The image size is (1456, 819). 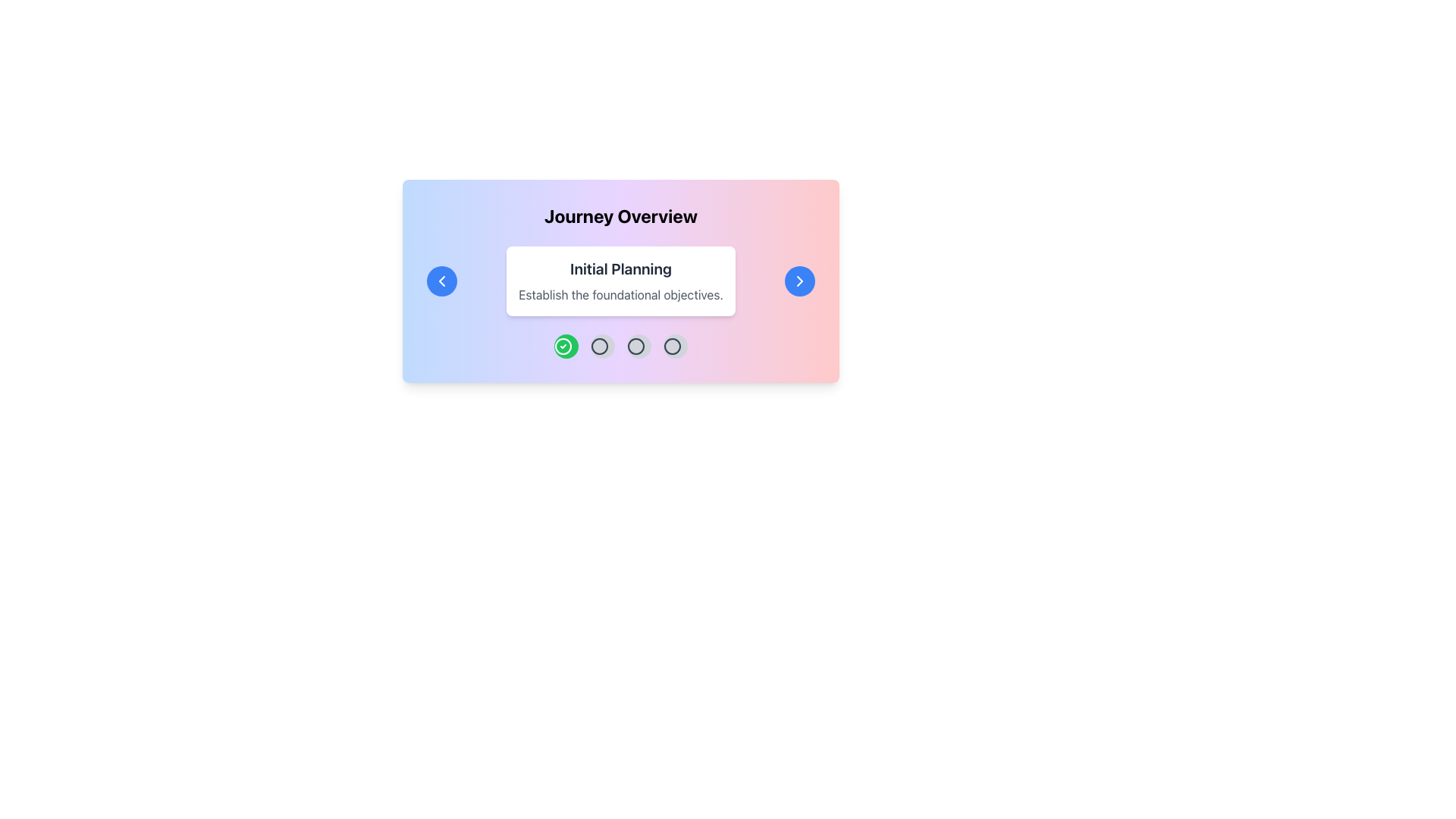 What do you see at coordinates (799, 281) in the screenshot?
I see `the rightward-pointing chevron icon in white, which is located within a circular blue background on the far-right side of the horizontally centered card component` at bounding box center [799, 281].